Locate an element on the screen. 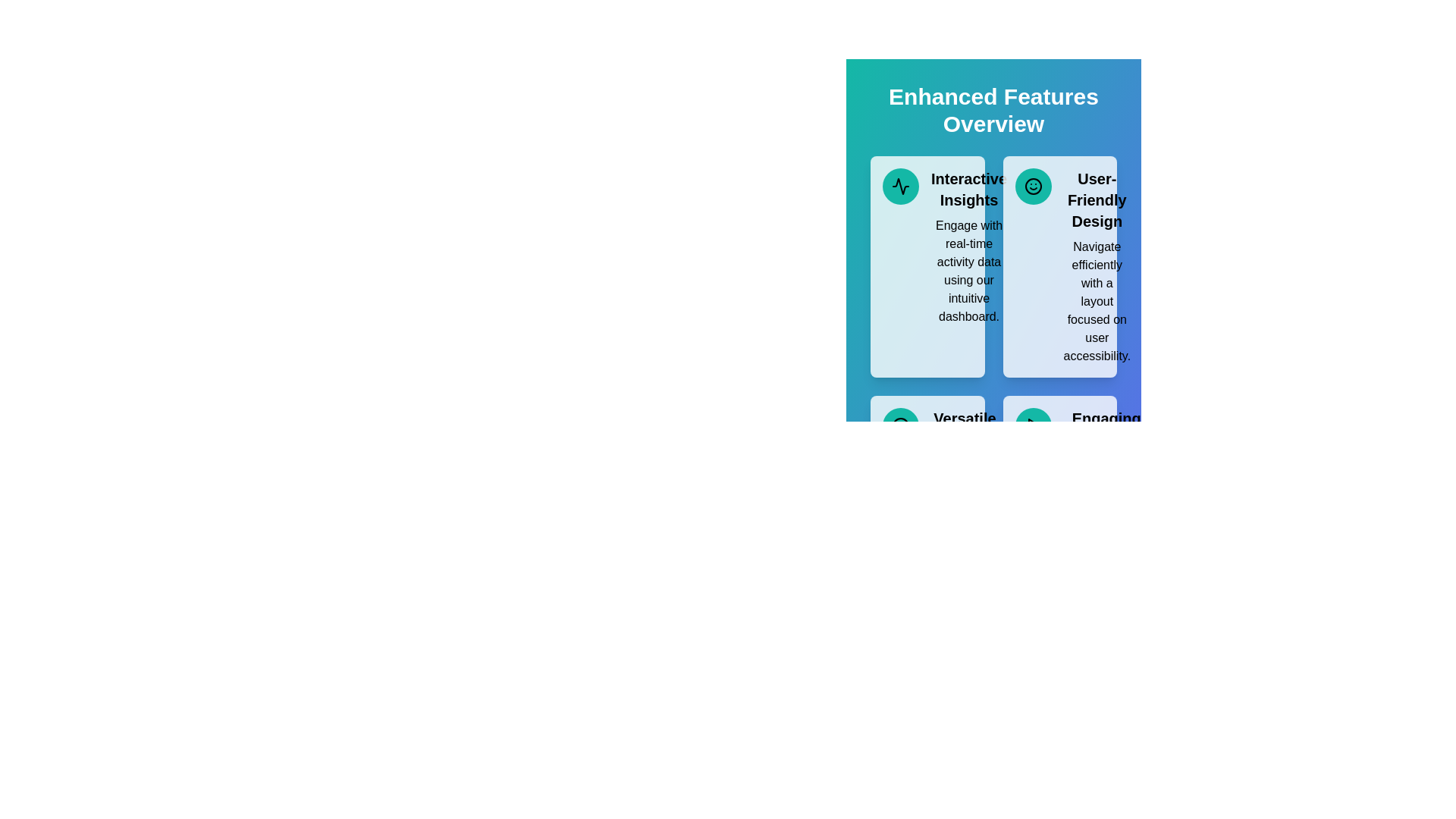  title of the text label that reads 'Interactive Insights', prominently displayed at the top of the light blue card in the first card of the grid layout is located at coordinates (968, 189).